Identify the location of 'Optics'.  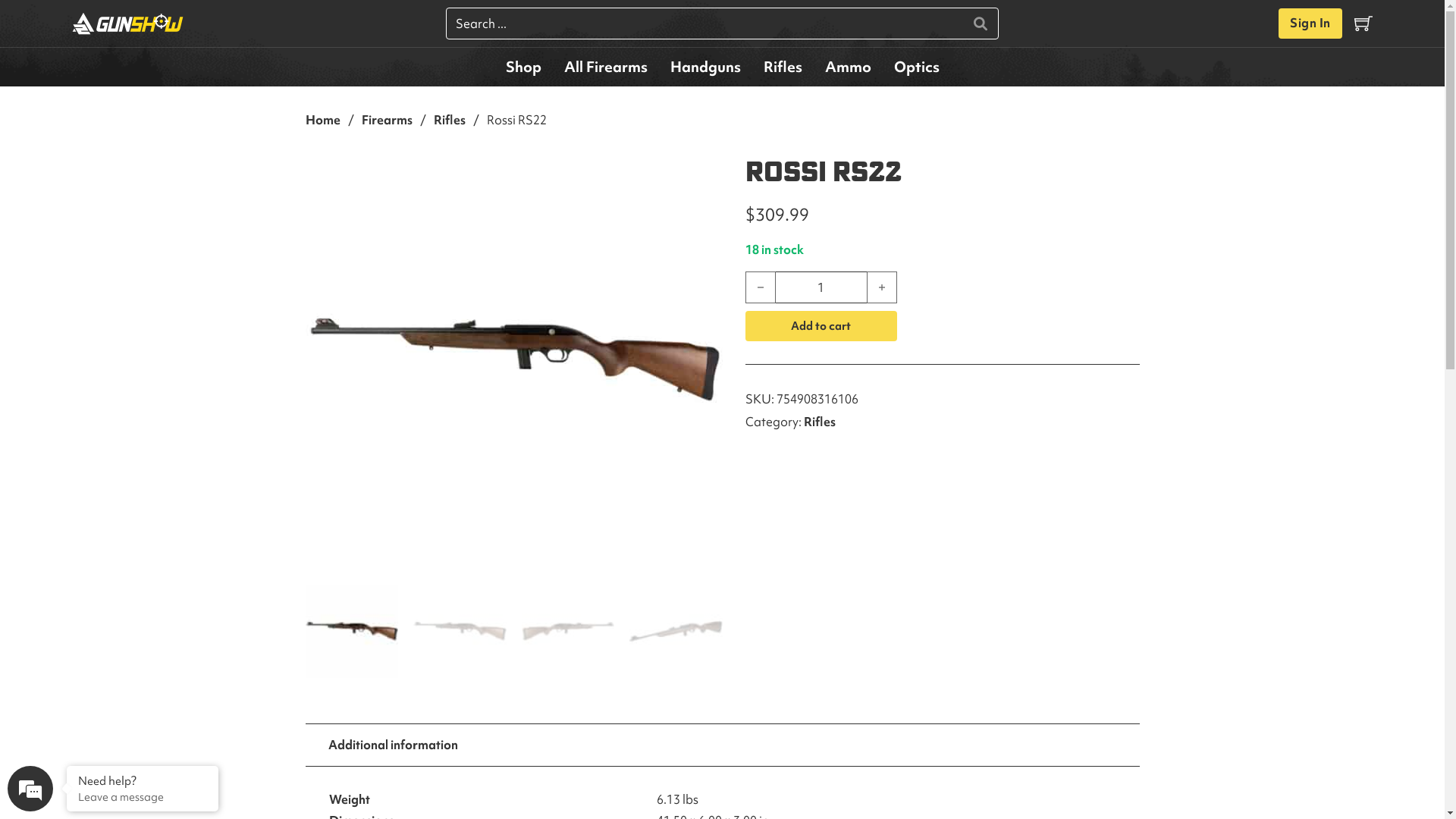
(916, 66).